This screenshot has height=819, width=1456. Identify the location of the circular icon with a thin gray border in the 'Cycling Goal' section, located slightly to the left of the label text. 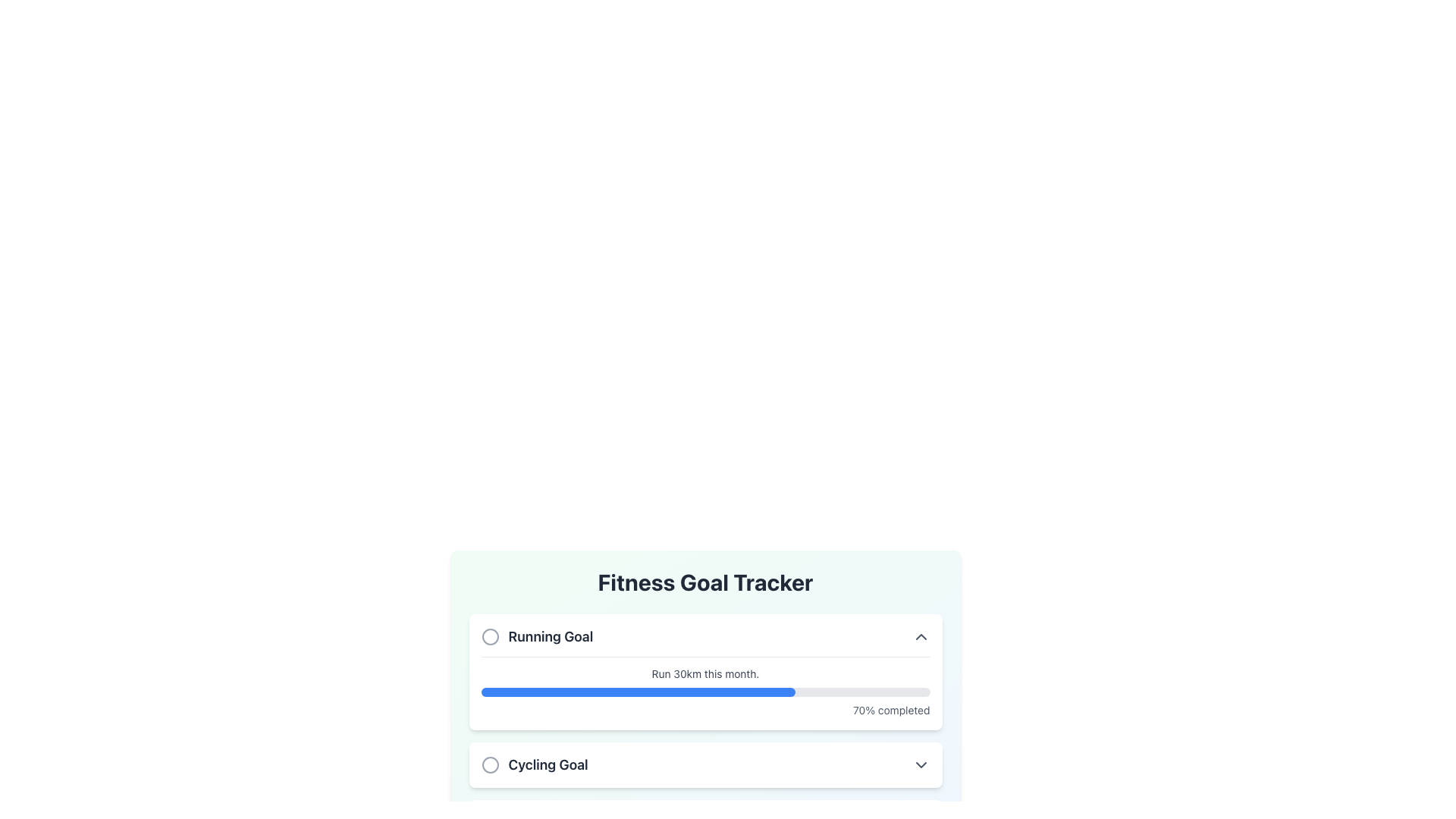
(490, 765).